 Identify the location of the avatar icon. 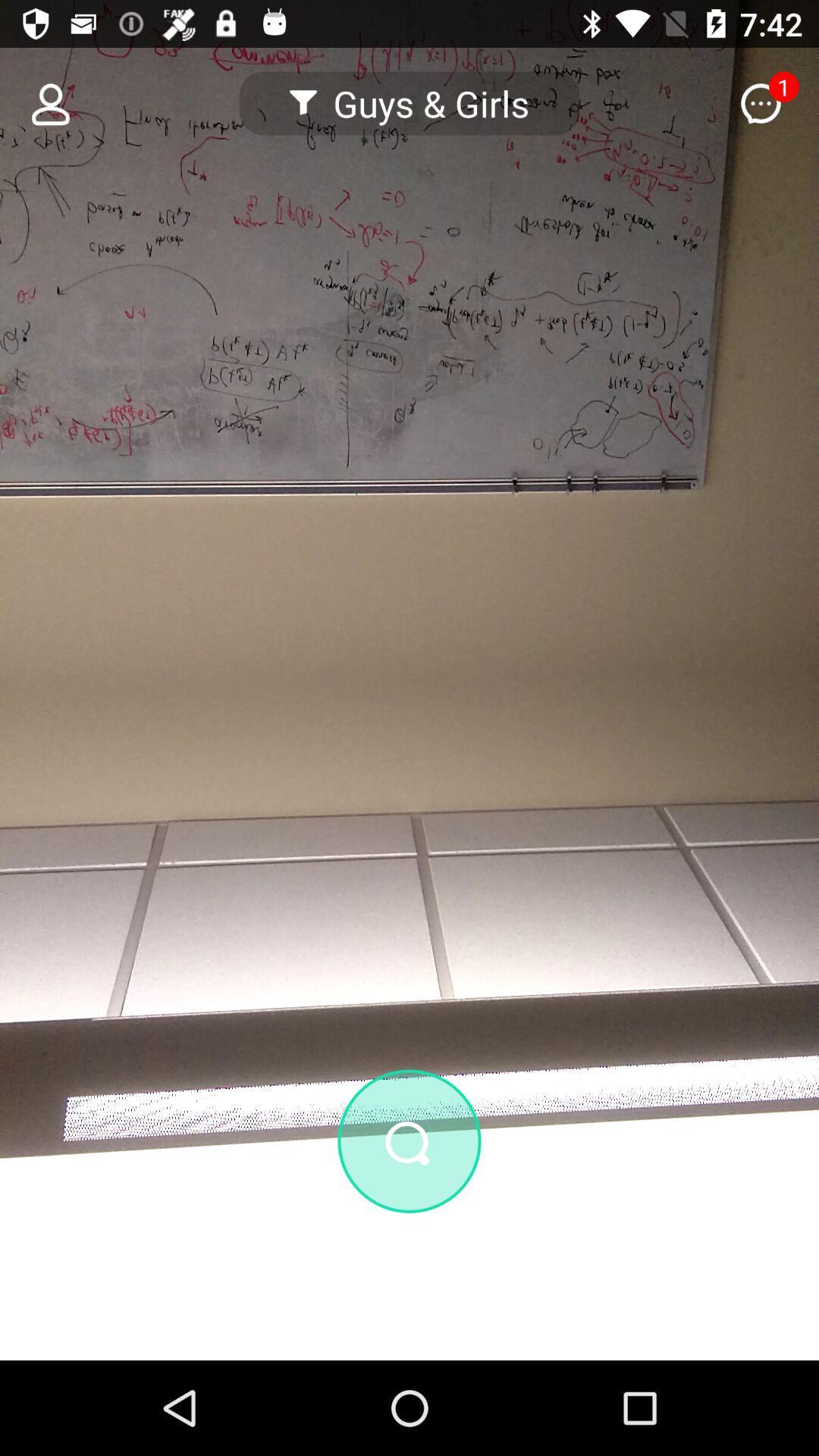
(41, 102).